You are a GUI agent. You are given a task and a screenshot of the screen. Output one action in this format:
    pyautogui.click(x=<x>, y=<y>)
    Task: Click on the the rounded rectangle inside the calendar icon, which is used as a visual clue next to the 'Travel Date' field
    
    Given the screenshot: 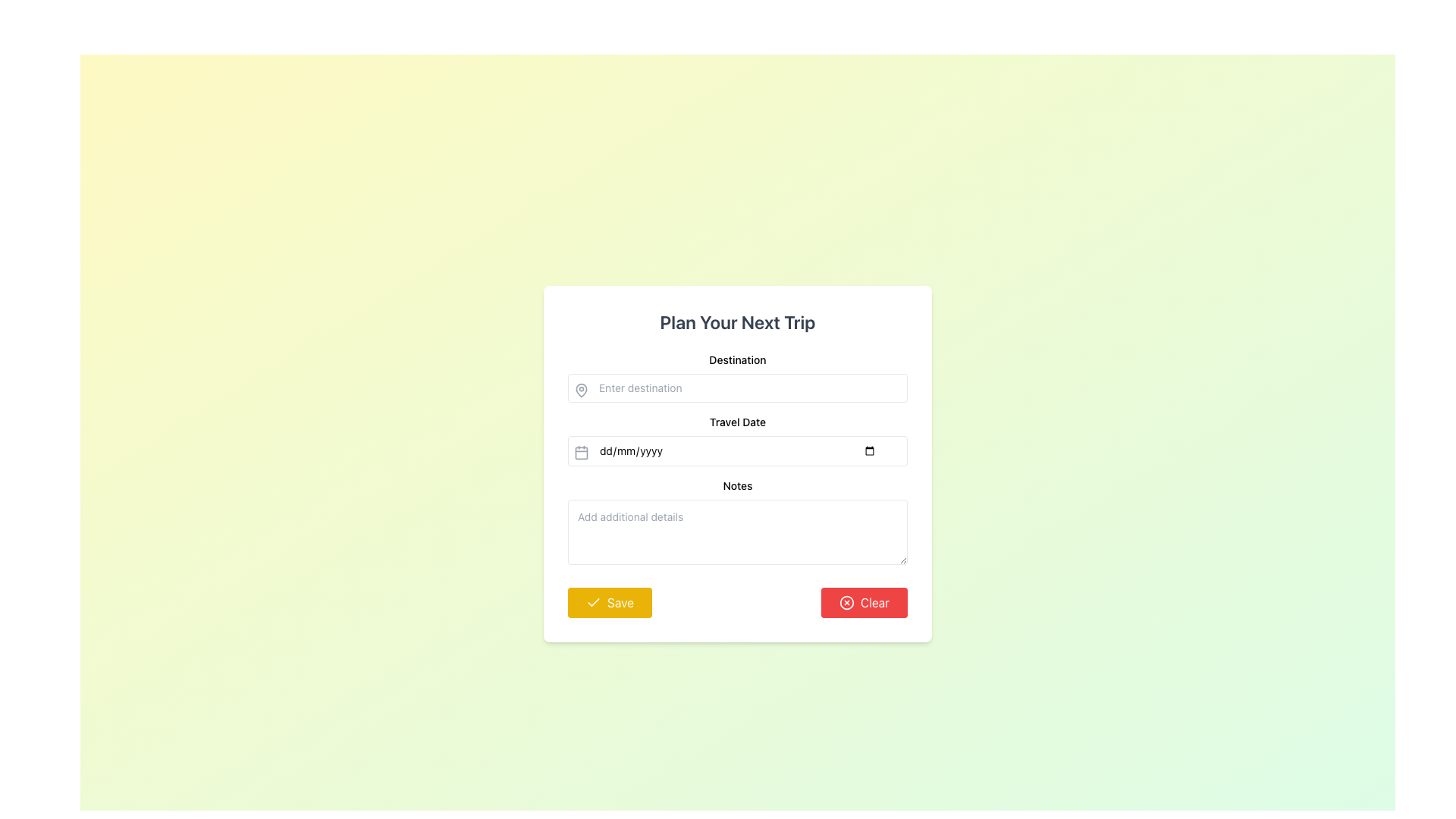 What is the action you would take?
    pyautogui.click(x=581, y=452)
    